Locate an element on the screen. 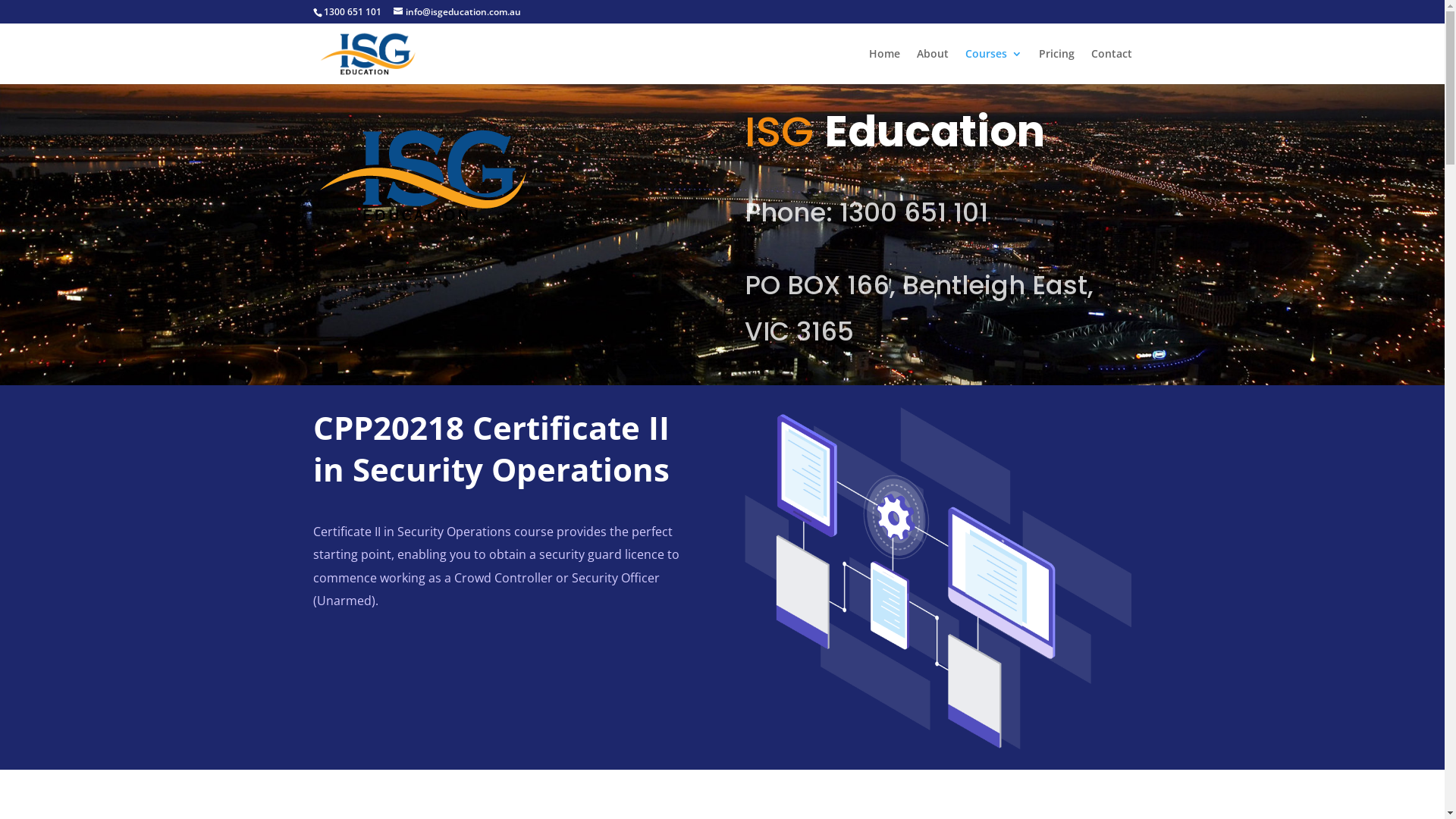  'About' is located at coordinates (930, 65).